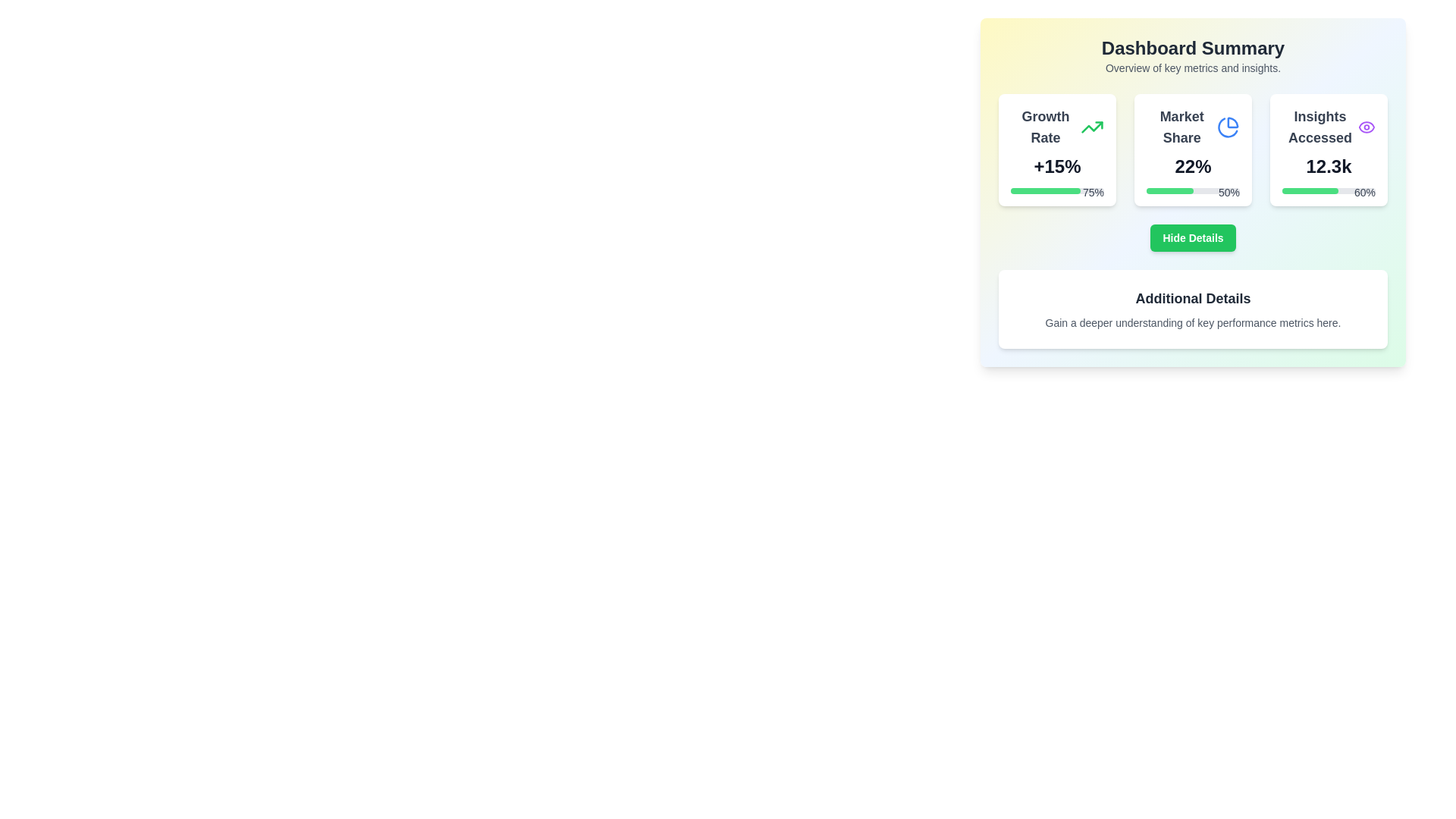  I want to click on the 'Market Share' text element, so click(1181, 127).